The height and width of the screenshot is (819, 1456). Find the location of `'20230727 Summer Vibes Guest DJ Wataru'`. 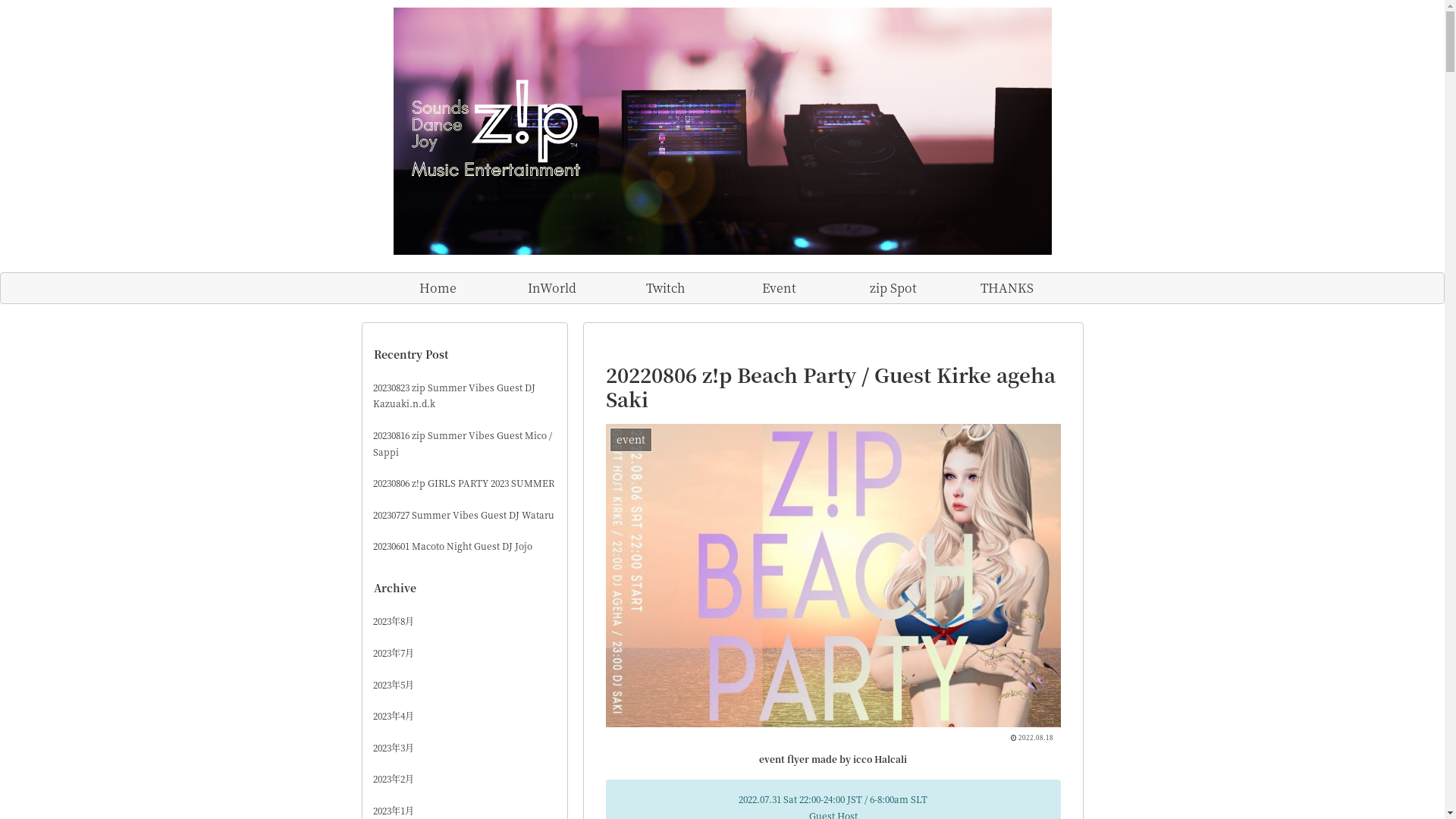

'20230727 Summer Vibes Guest DJ Wataru' is located at coordinates (464, 513).